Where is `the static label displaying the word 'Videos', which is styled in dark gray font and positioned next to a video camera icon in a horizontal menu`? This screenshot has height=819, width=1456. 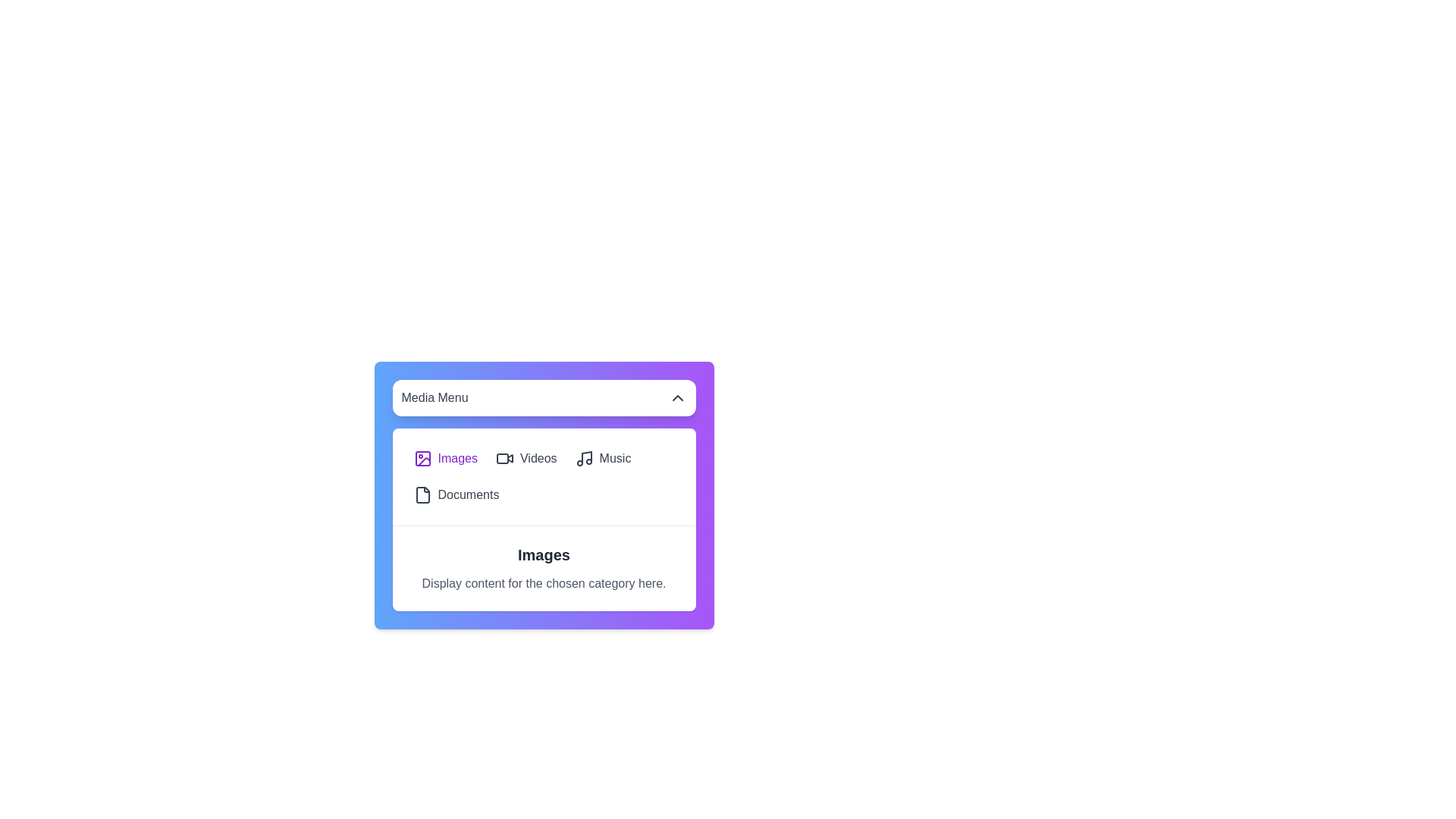 the static label displaying the word 'Videos', which is styled in dark gray font and positioned next to a video camera icon in a horizontal menu is located at coordinates (538, 458).